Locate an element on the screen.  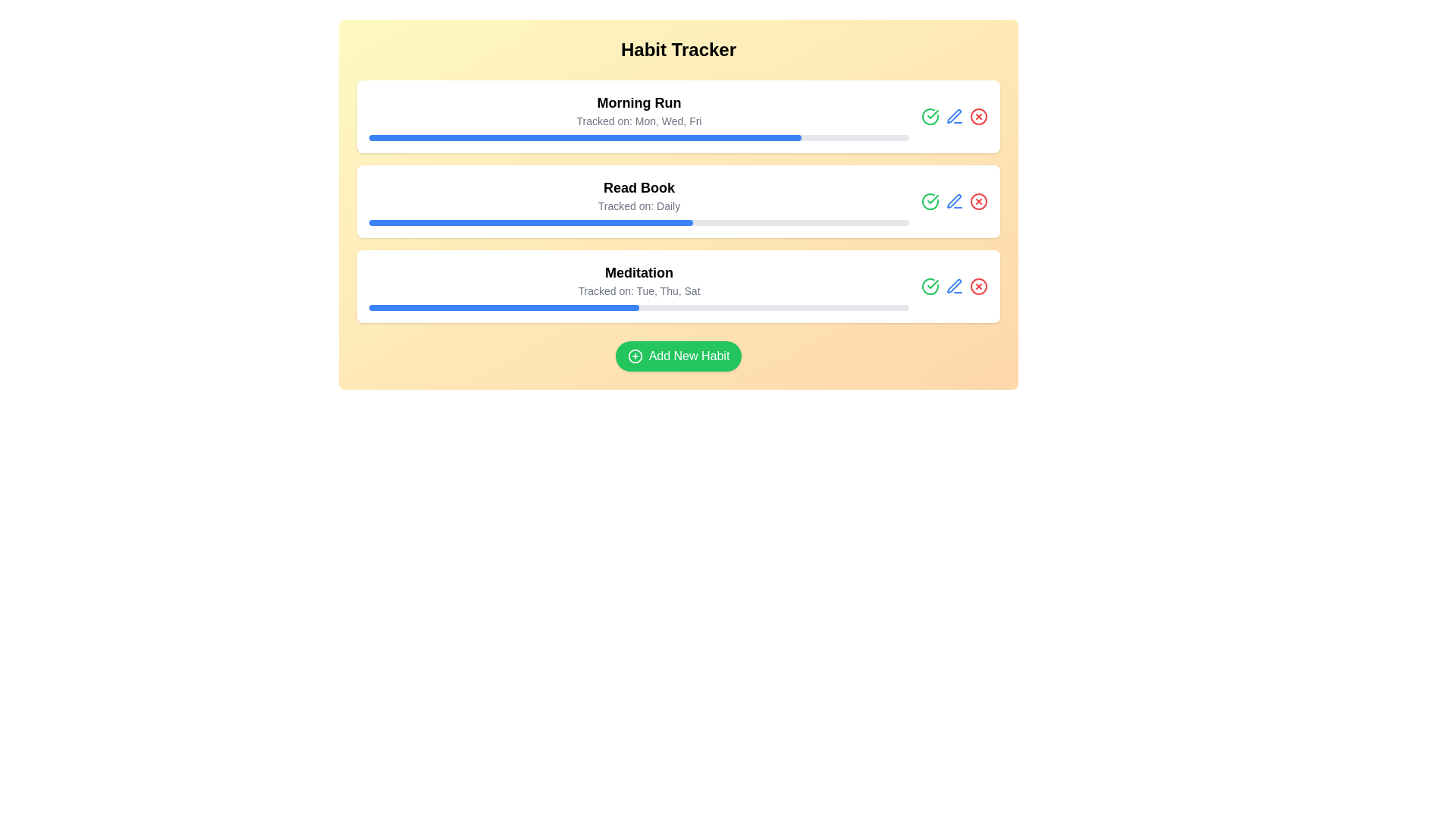
the green button labeled 'Add New Habit' is located at coordinates (677, 356).